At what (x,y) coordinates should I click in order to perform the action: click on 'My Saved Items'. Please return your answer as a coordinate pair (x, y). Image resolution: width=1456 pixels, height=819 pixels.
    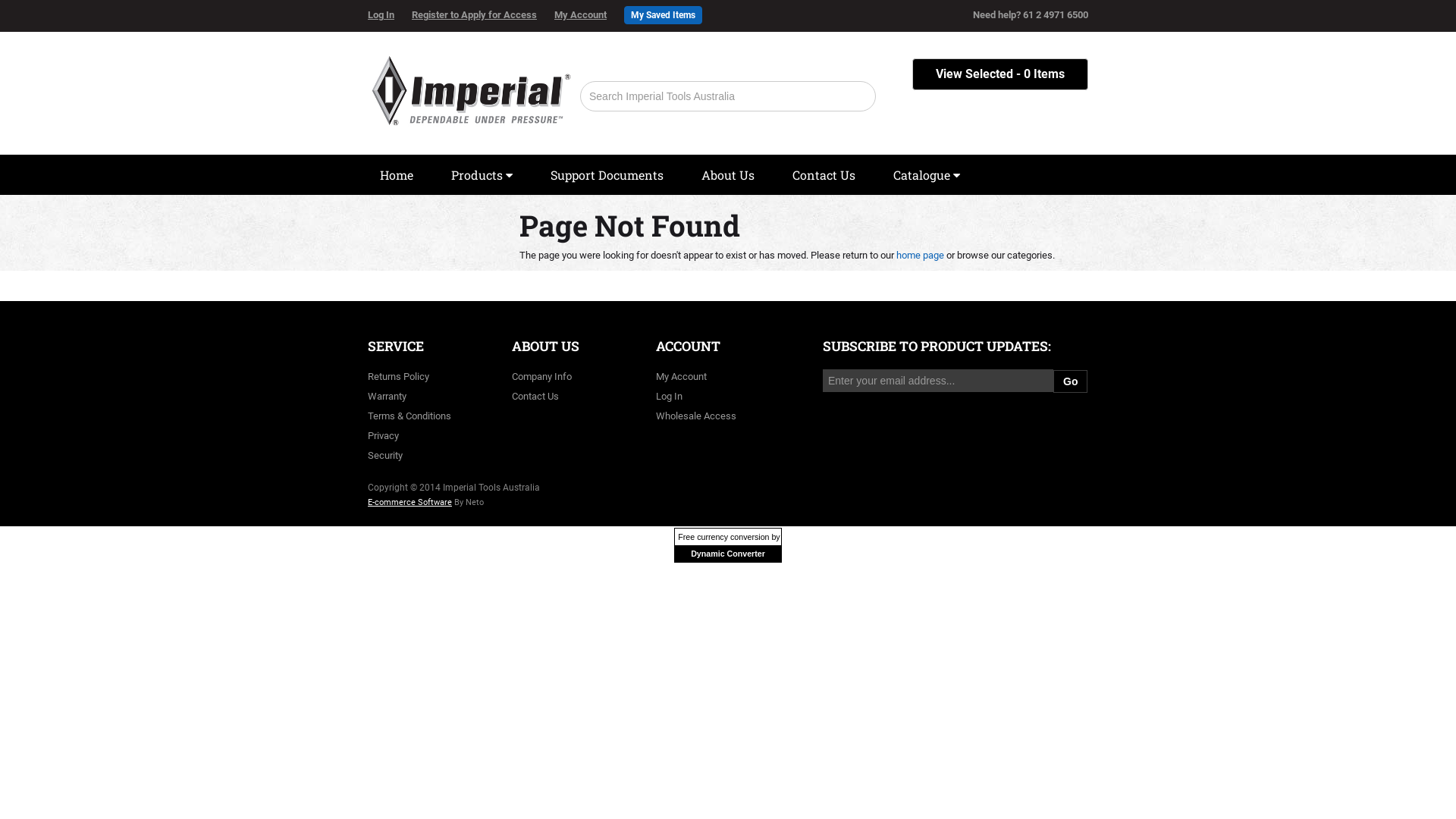
    Looking at the image, I should click on (663, 14).